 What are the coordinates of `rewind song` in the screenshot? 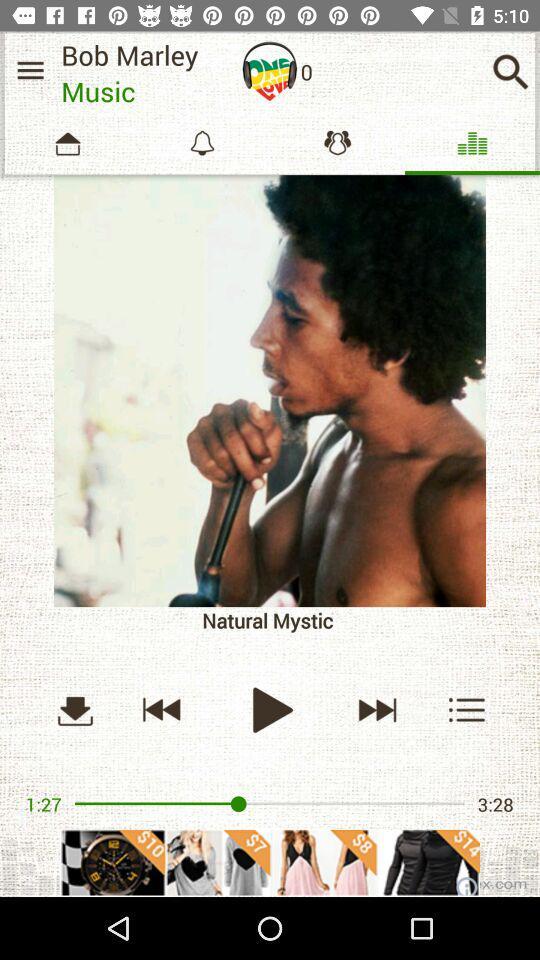 It's located at (161, 709).